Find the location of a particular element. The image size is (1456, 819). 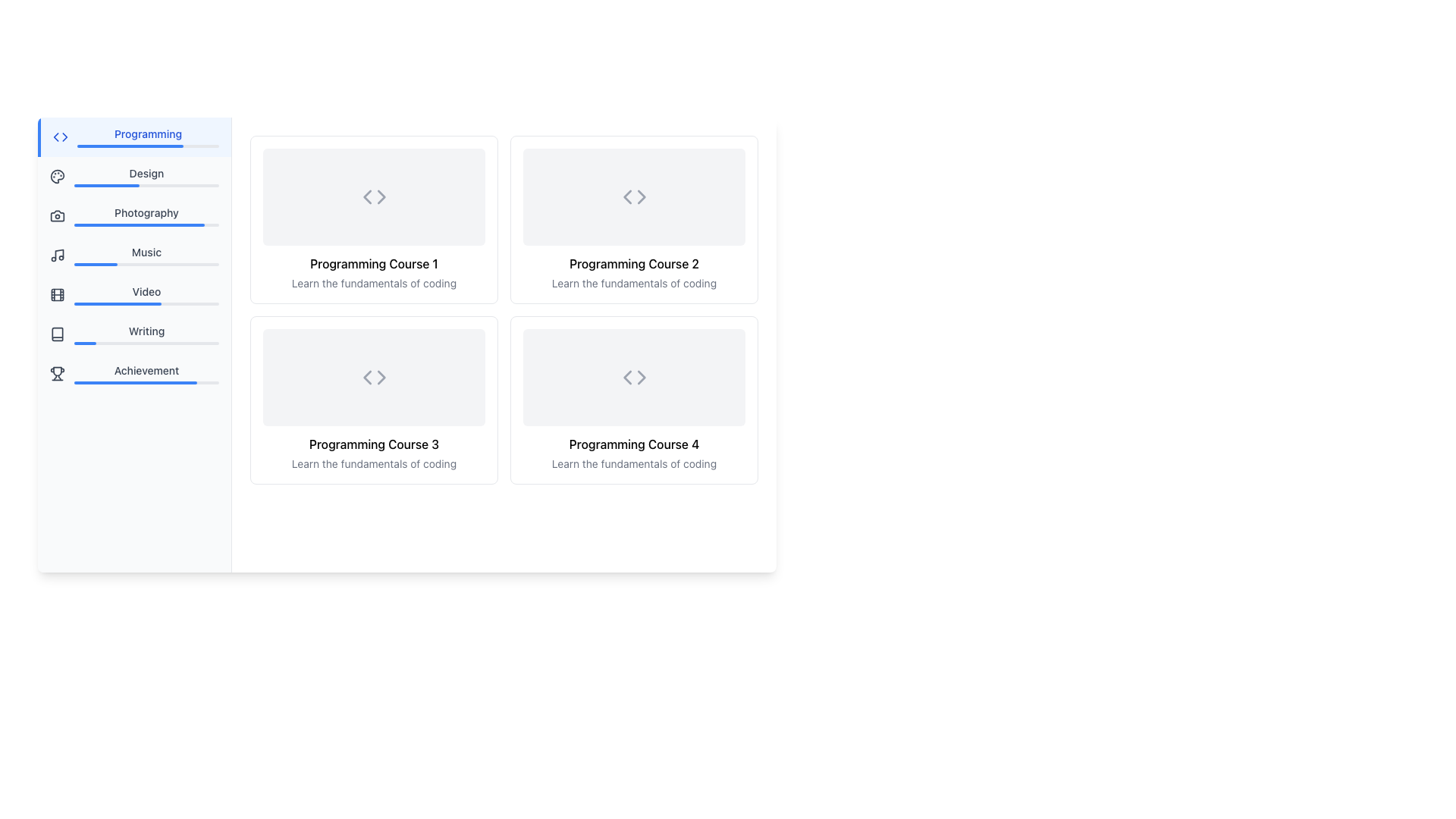

the Progress bar located below the 'Programming' label in the vertical sidebar navigation on the left side of the interface is located at coordinates (148, 146).